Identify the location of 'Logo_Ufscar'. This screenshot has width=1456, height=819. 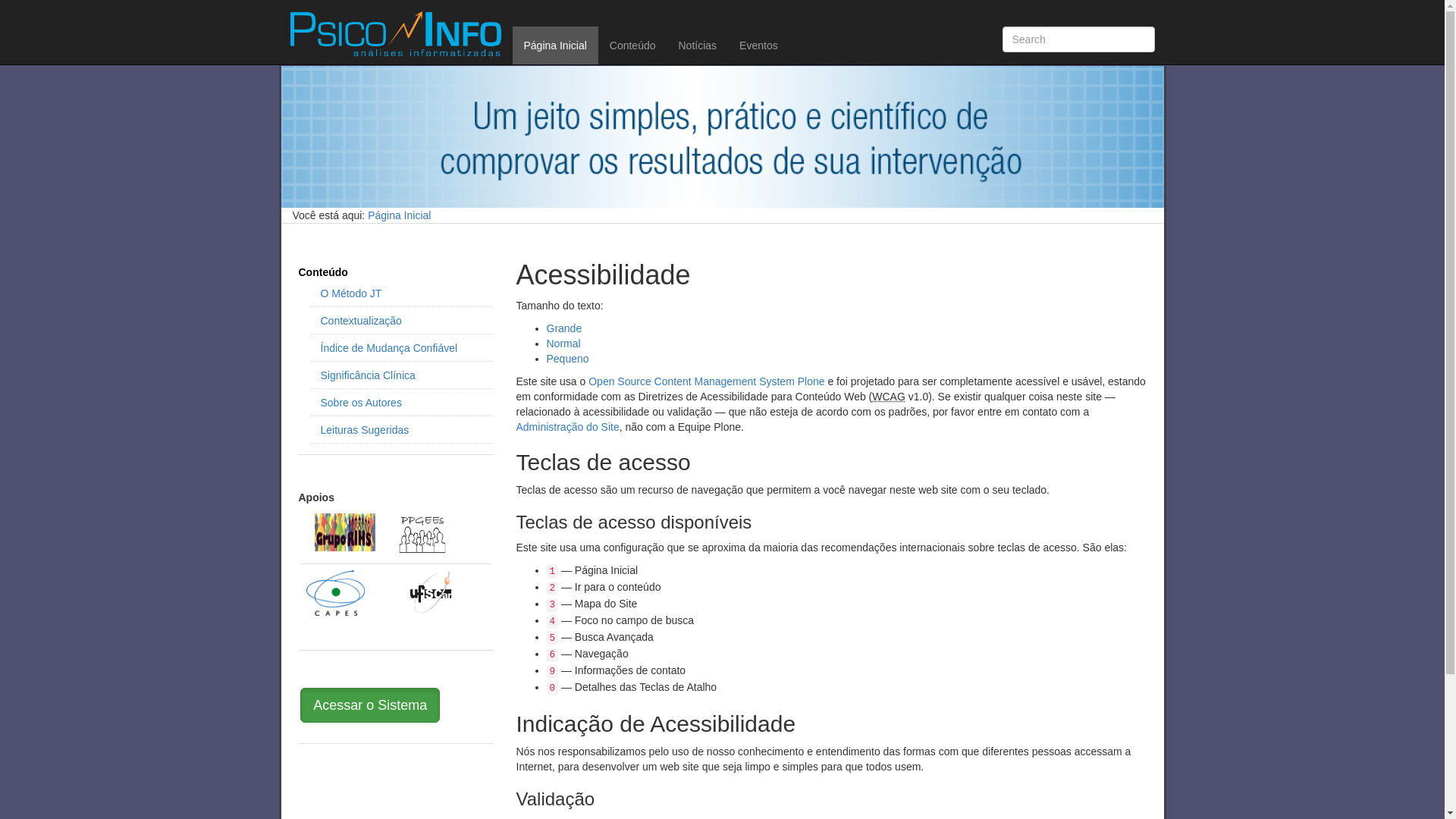
(430, 591).